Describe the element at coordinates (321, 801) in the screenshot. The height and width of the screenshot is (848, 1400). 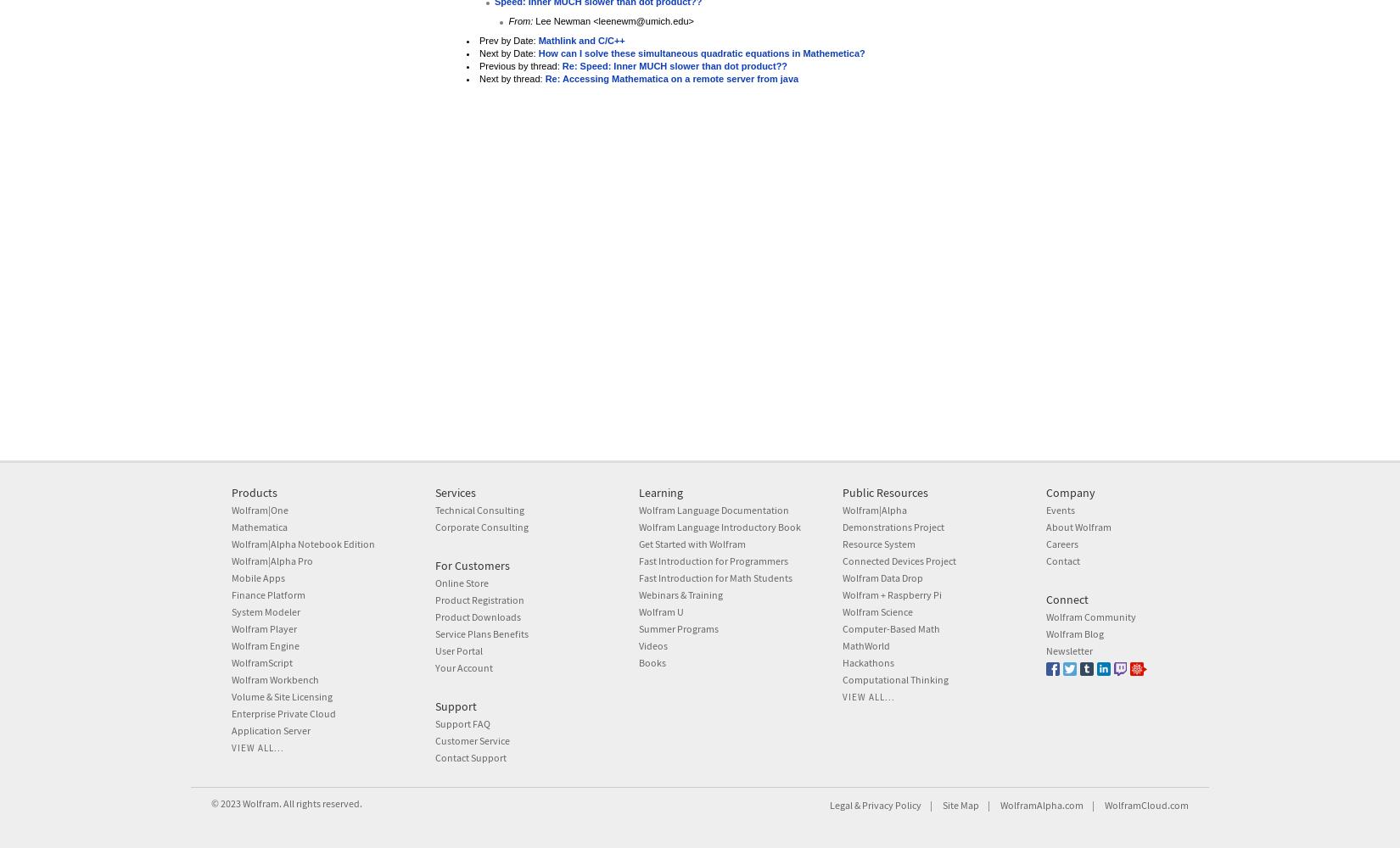
I see `'. All rights reserved.'` at that location.